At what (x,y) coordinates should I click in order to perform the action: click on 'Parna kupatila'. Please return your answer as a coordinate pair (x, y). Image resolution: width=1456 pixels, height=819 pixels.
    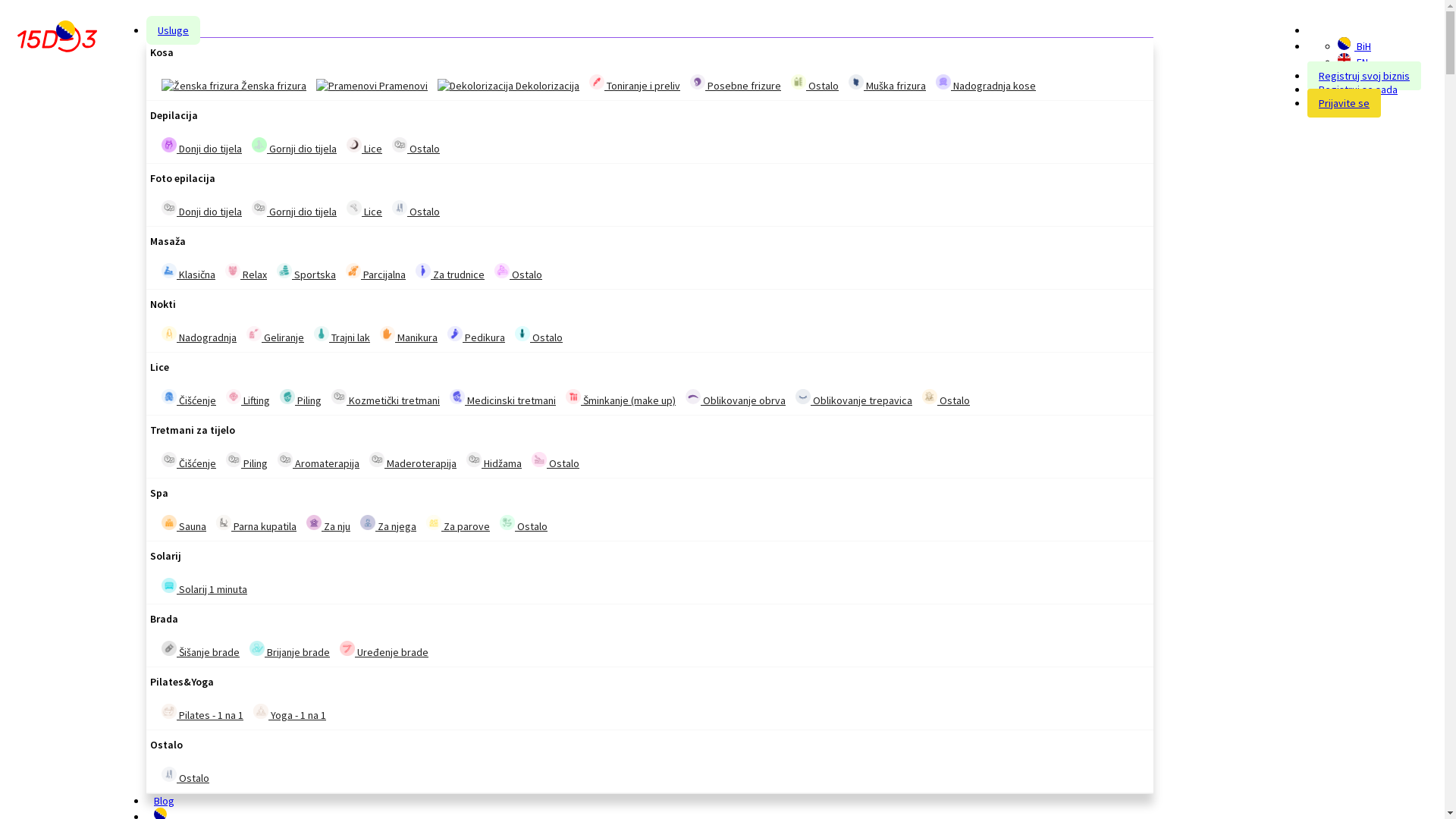
    Looking at the image, I should click on (256, 522).